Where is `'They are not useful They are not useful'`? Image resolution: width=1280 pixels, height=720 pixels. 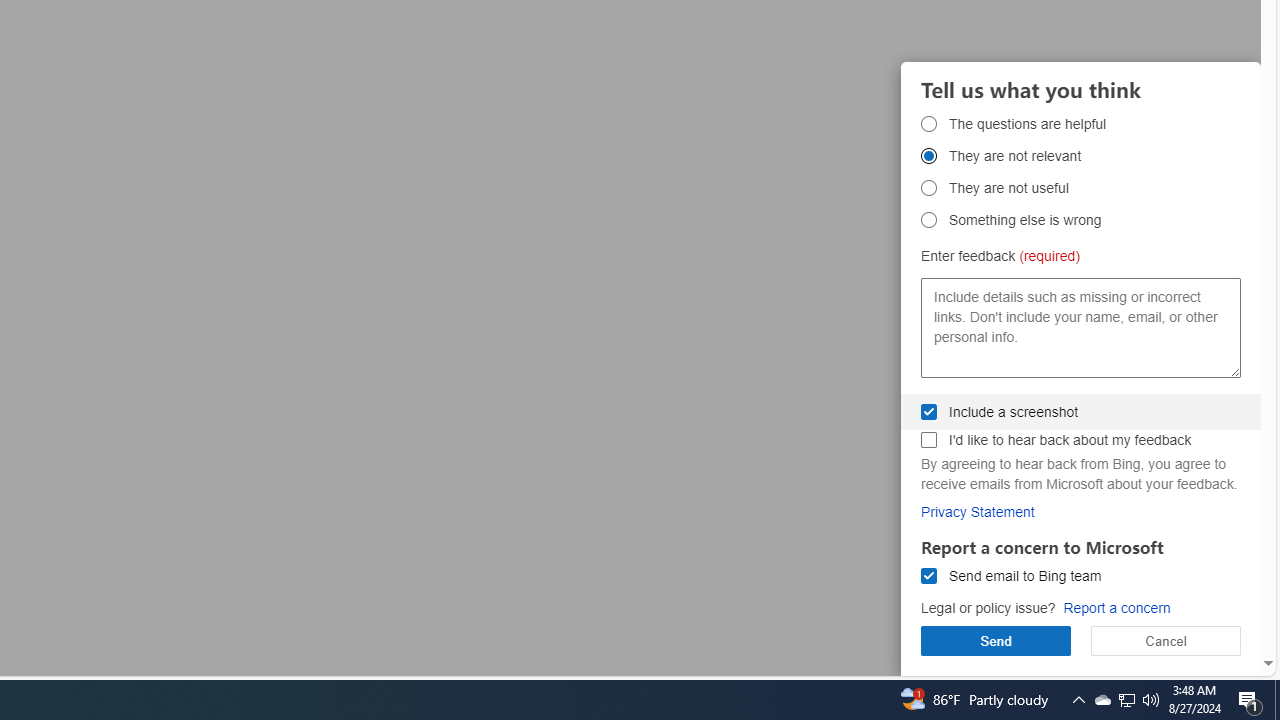 'They are not useful They are not useful' is located at coordinates (928, 187).